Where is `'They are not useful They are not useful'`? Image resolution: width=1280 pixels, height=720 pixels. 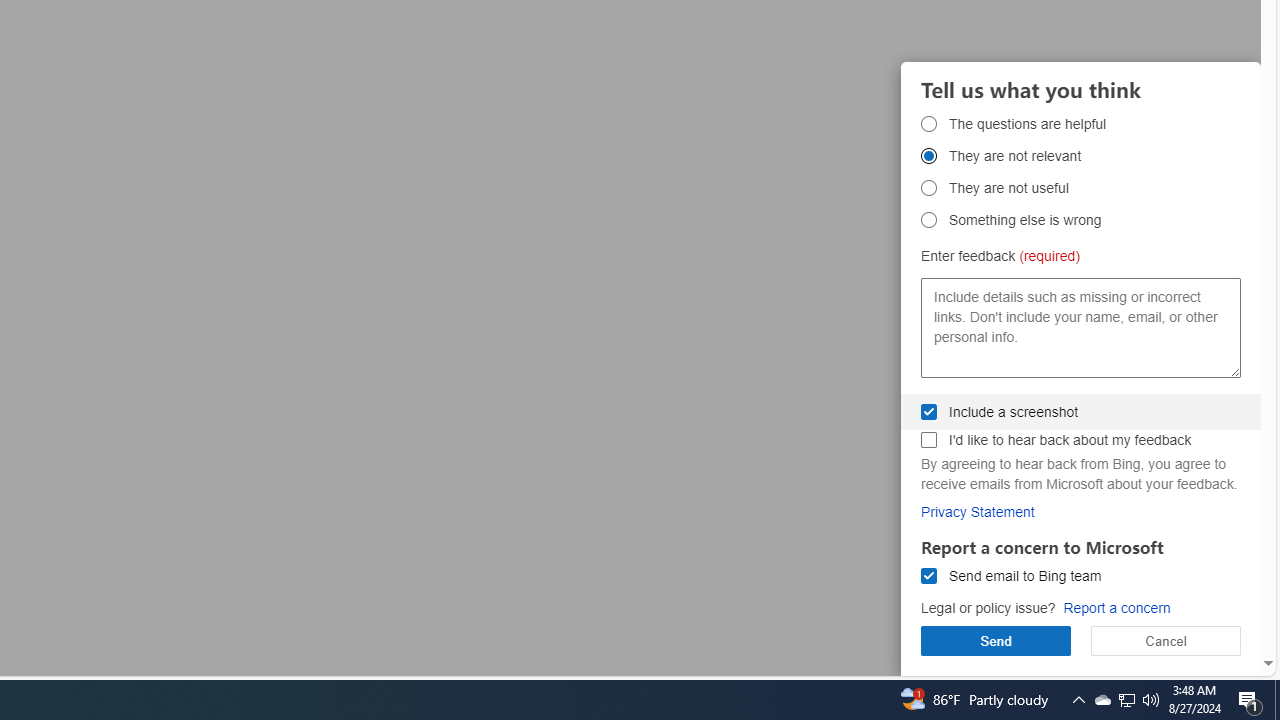 'They are not useful They are not useful' is located at coordinates (928, 187).